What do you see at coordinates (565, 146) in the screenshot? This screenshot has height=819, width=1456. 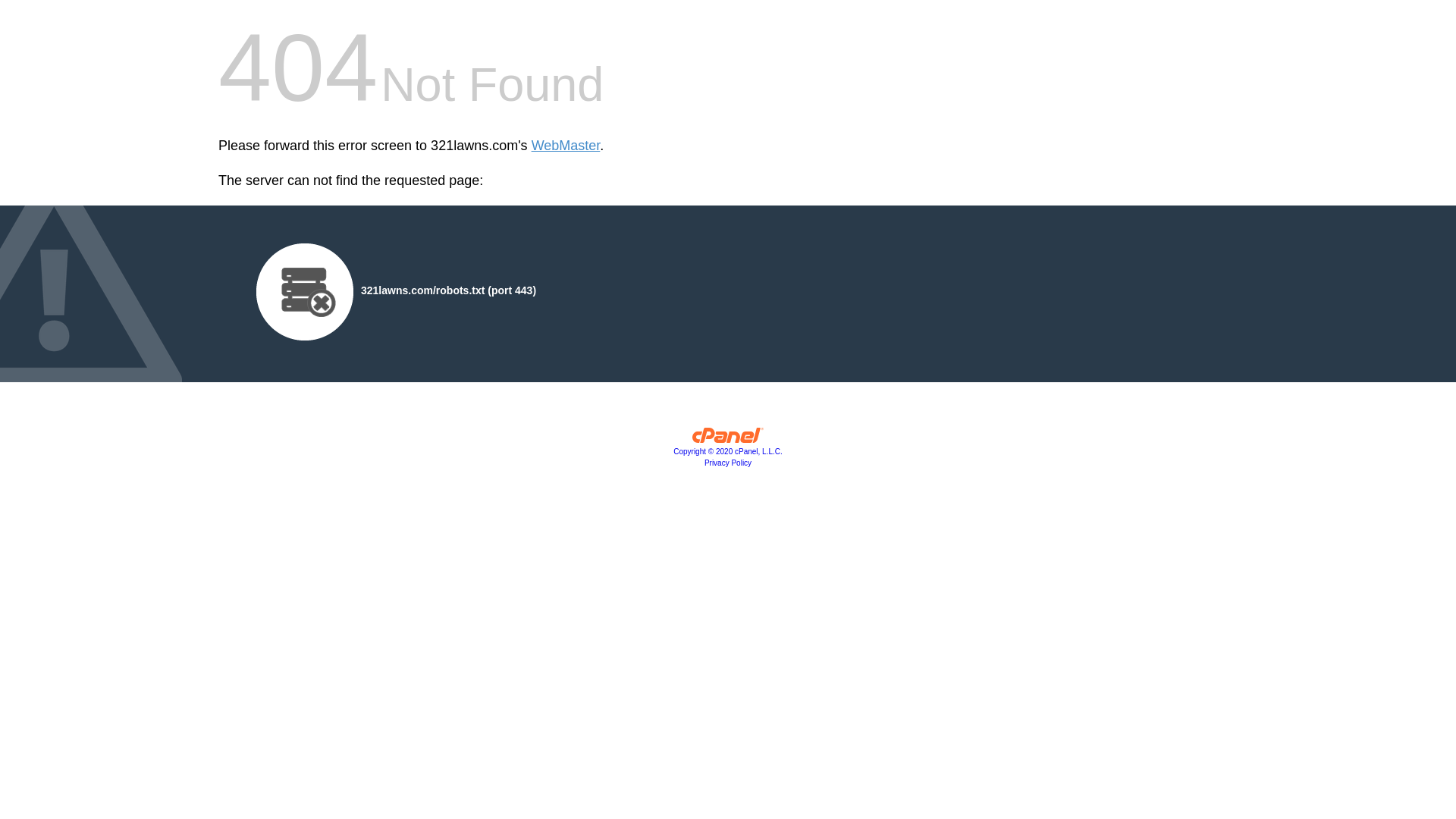 I see `'WebMaster'` at bounding box center [565, 146].